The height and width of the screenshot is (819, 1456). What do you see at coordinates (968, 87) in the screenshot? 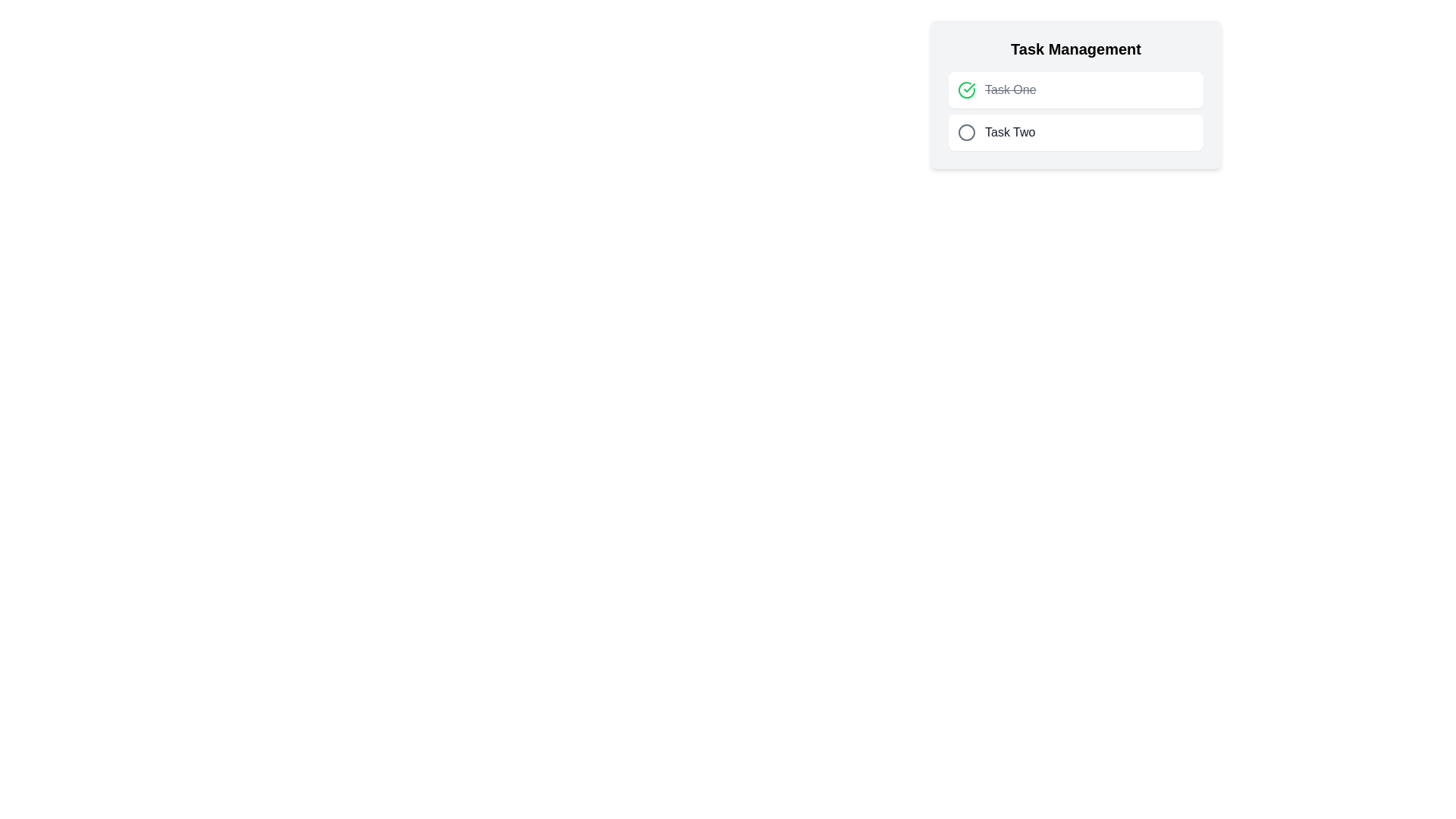
I see `green checkmark icon representing a completed task next to 'Task One' in the 'Task Management' panel` at bounding box center [968, 87].